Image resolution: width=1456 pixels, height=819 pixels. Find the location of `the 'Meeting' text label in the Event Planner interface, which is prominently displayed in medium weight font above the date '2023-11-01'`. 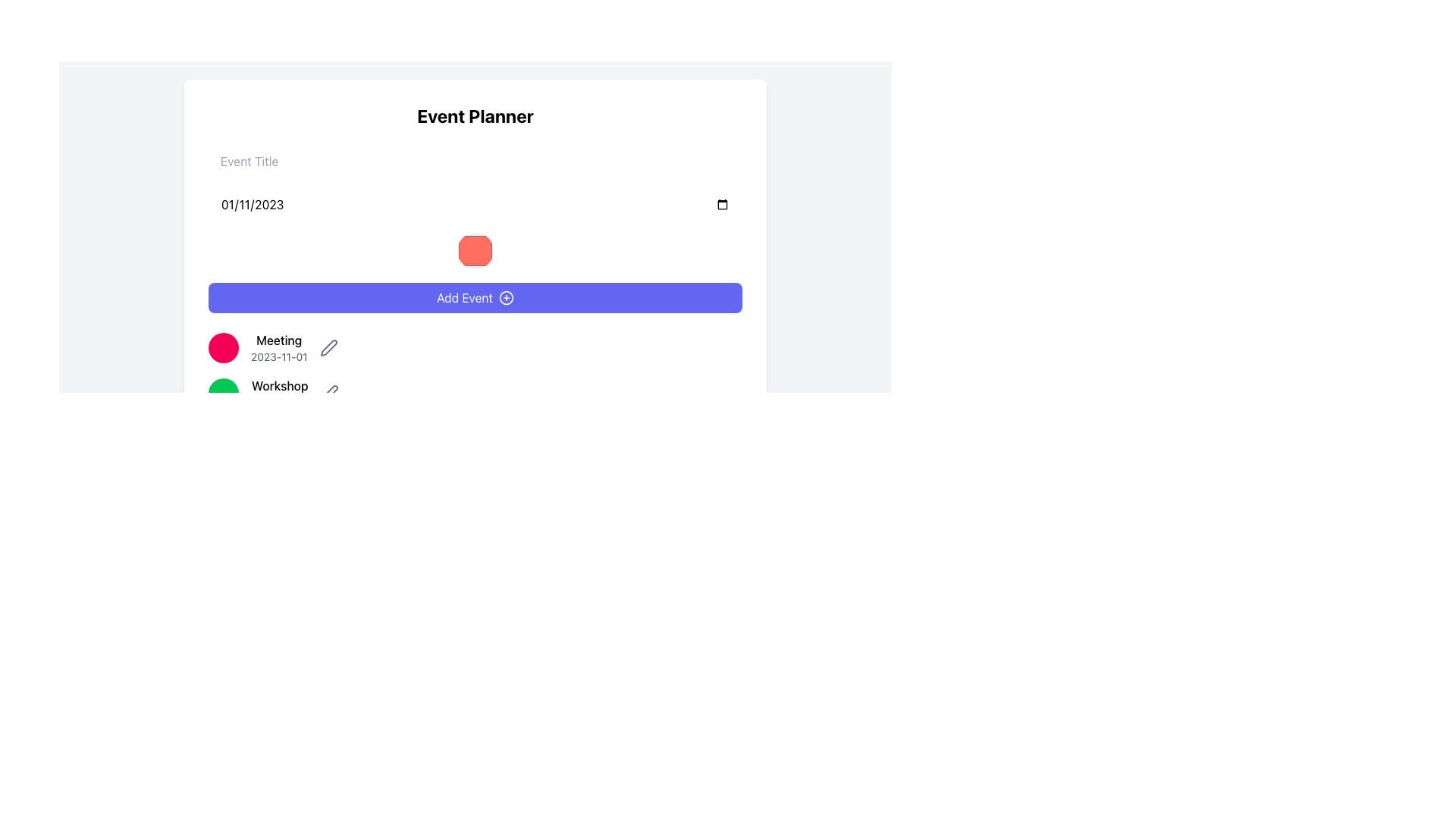

the 'Meeting' text label in the Event Planner interface, which is prominently displayed in medium weight font above the date '2023-11-01' is located at coordinates (279, 339).